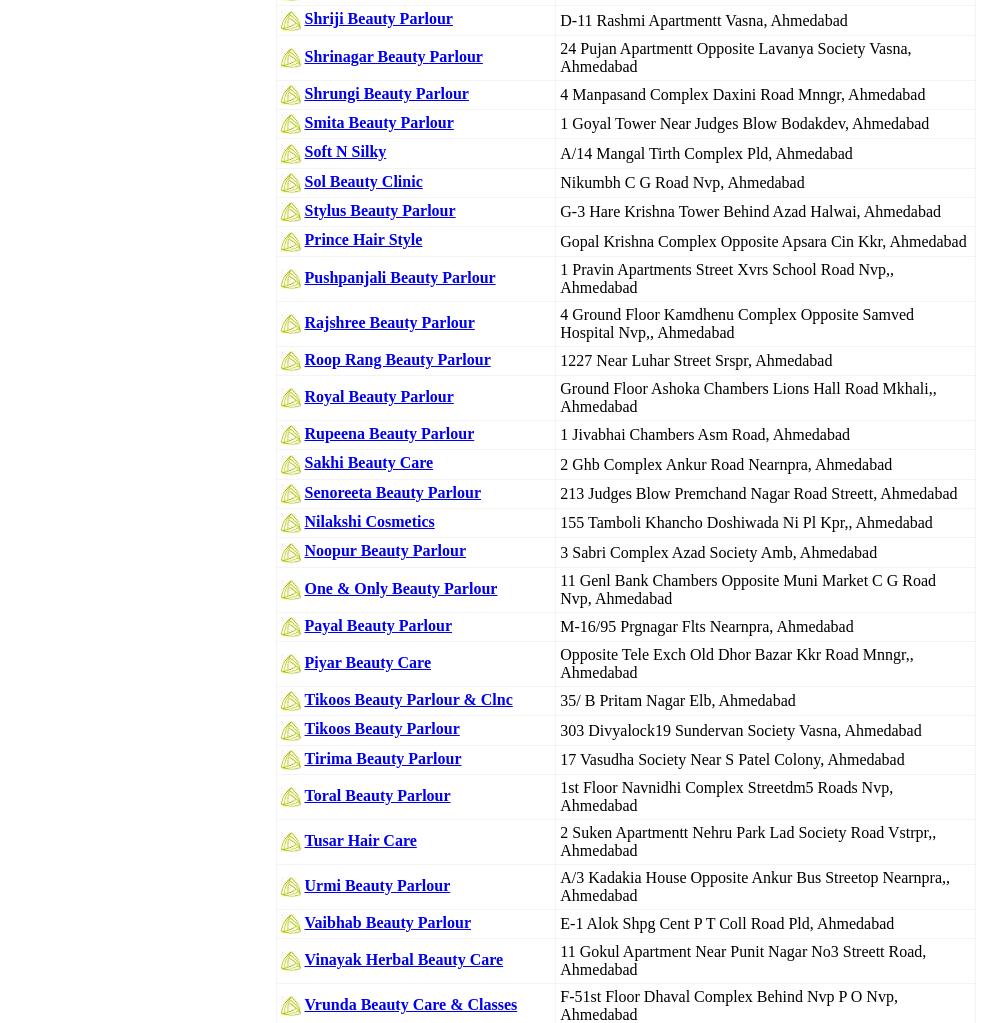  What do you see at coordinates (381, 728) in the screenshot?
I see `'Tikoos Beauty Parlour'` at bounding box center [381, 728].